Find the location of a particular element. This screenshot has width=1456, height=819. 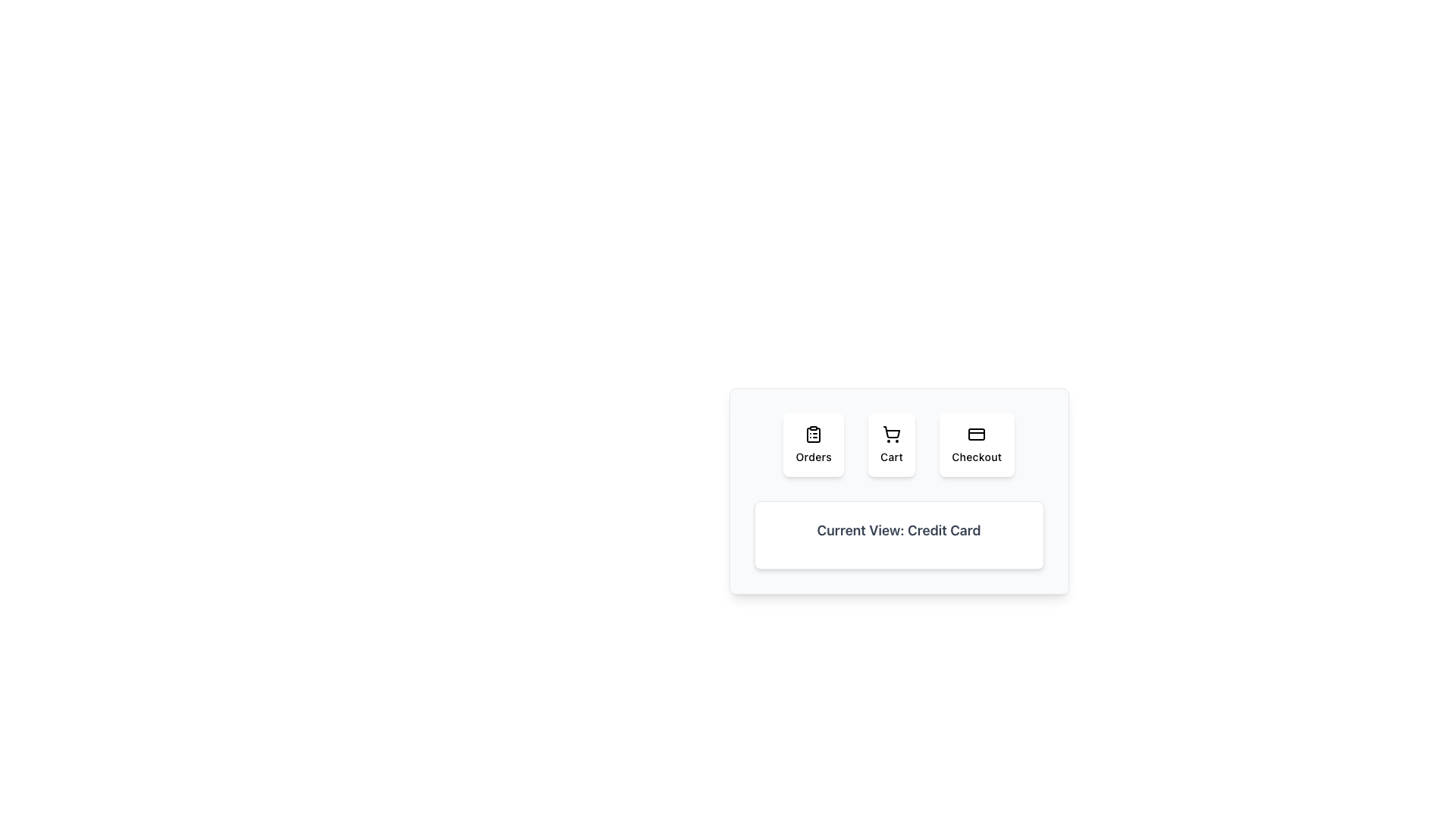

the clipboard icon representing 'Orders', which is located at the center-top of a rectangular button with rounded edges, styled in thin line art design is located at coordinates (813, 435).